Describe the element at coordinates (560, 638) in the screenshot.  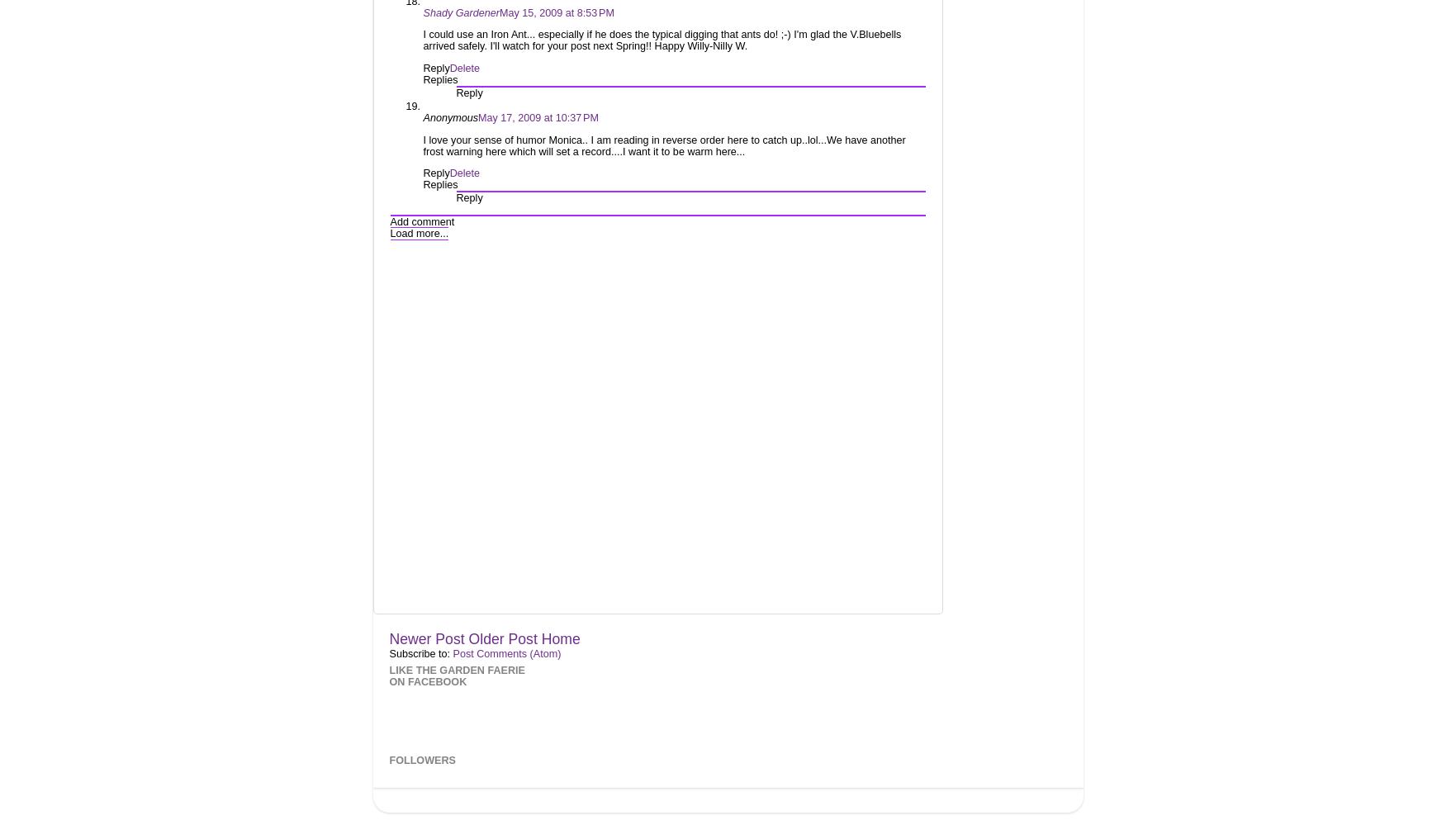
I see `'Home'` at that location.